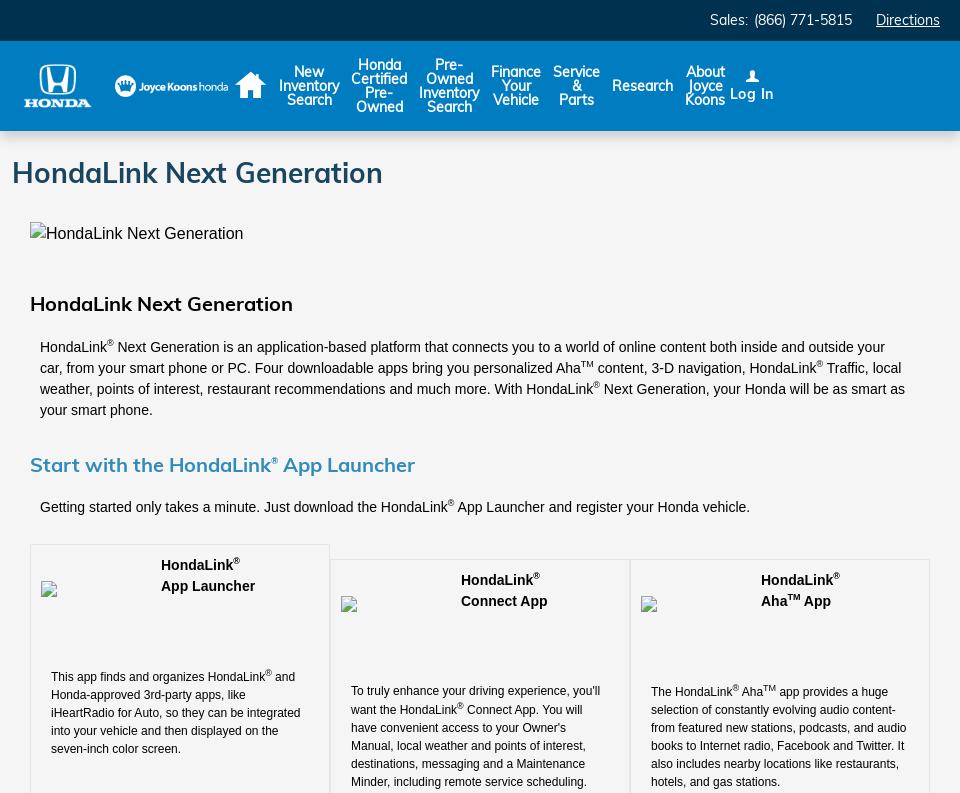 This screenshot has height=793, width=960. I want to click on '(866) 771-5815', so click(803, 18).